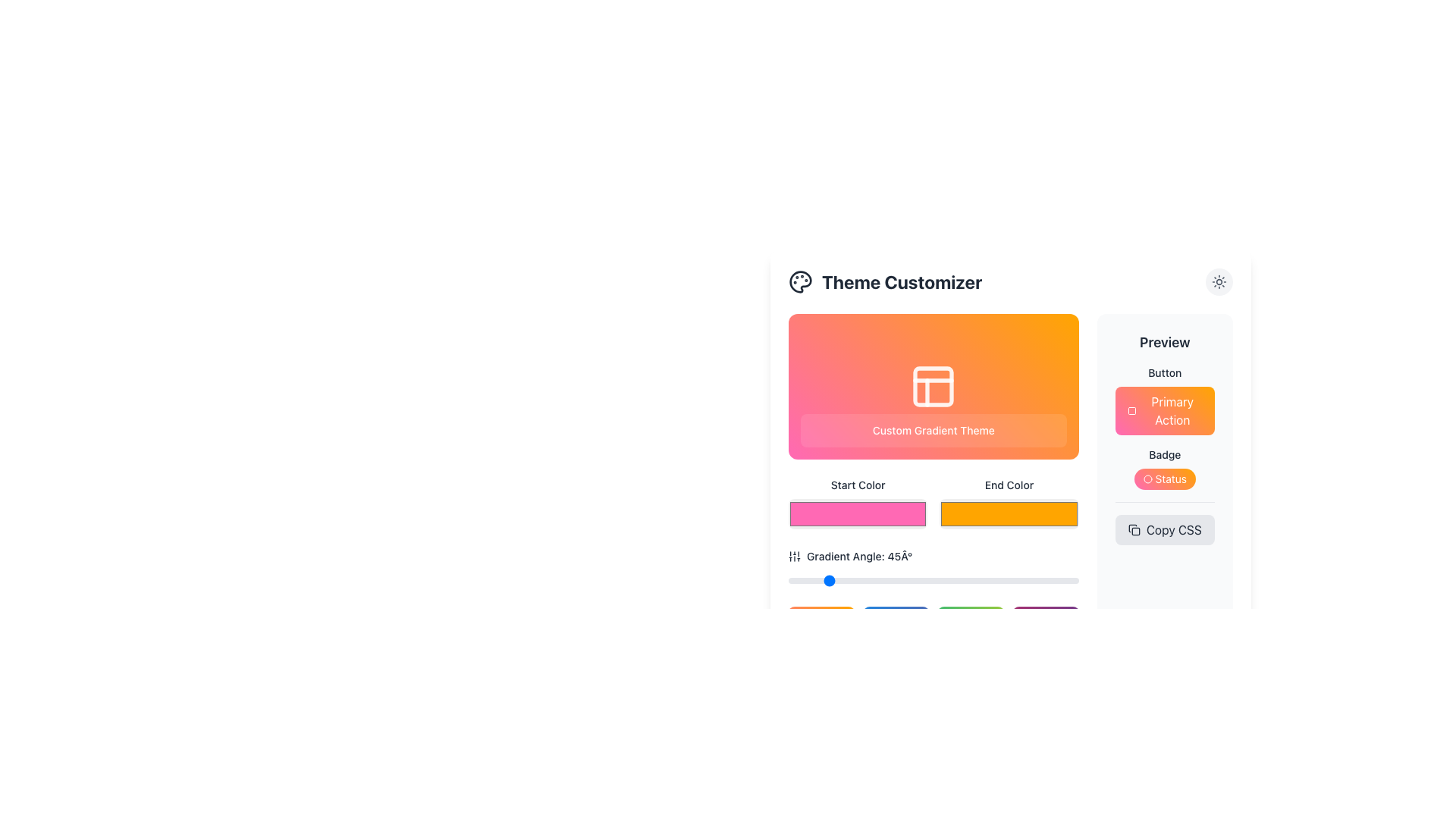 The image size is (1456, 819). Describe the element at coordinates (937, 580) in the screenshot. I see `the gradient angle` at that location.